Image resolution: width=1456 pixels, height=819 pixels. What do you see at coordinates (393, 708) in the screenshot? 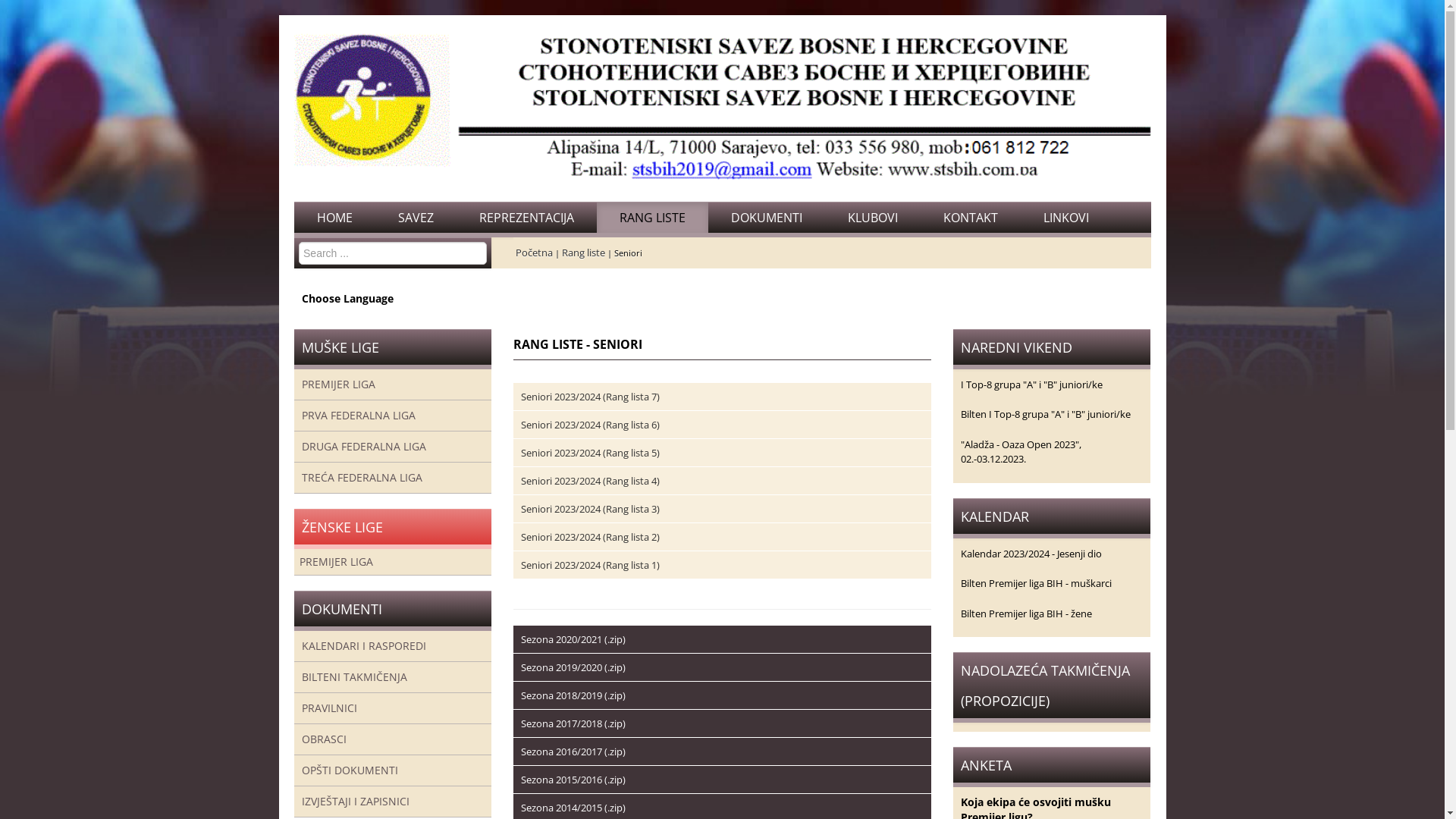
I see `'PRAVILNICI'` at bounding box center [393, 708].